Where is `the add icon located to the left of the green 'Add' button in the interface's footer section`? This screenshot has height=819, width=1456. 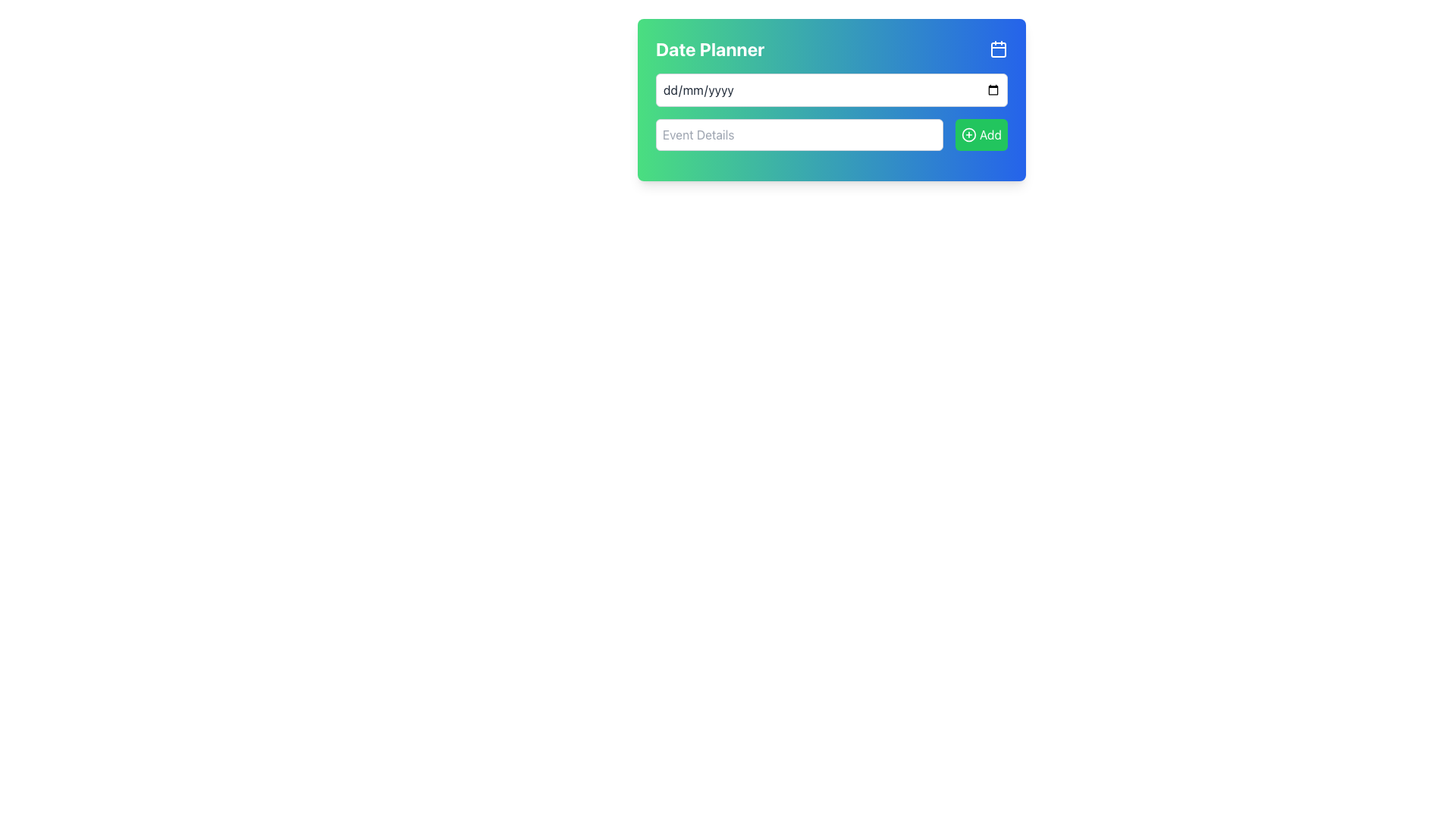
the add icon located to the left of the green 'Add' button in the interface's footer section is located at coordinates (968, 133).